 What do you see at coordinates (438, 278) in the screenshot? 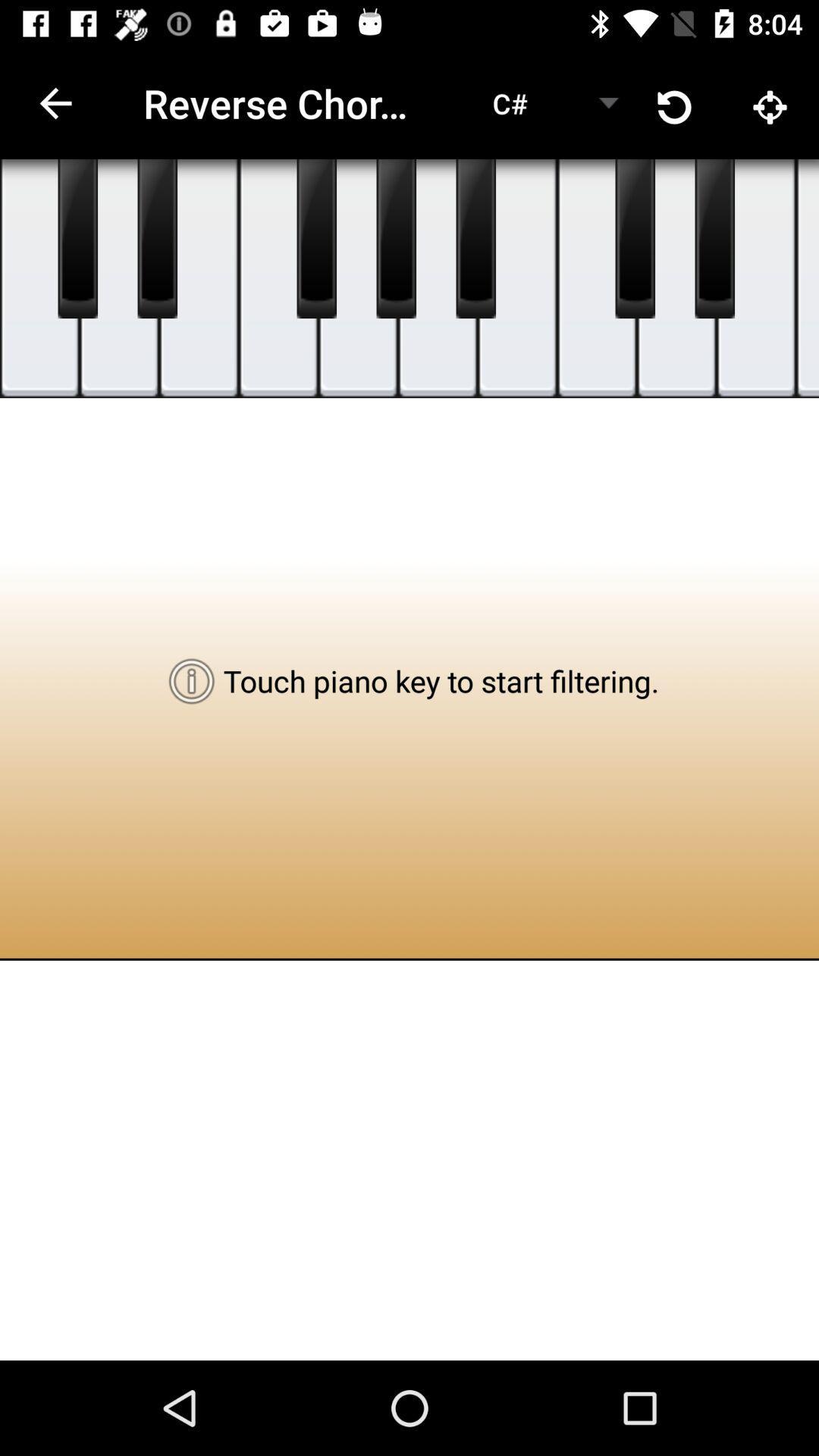
I see `the icon above the touch piano key` at bounding box center [438, 278].